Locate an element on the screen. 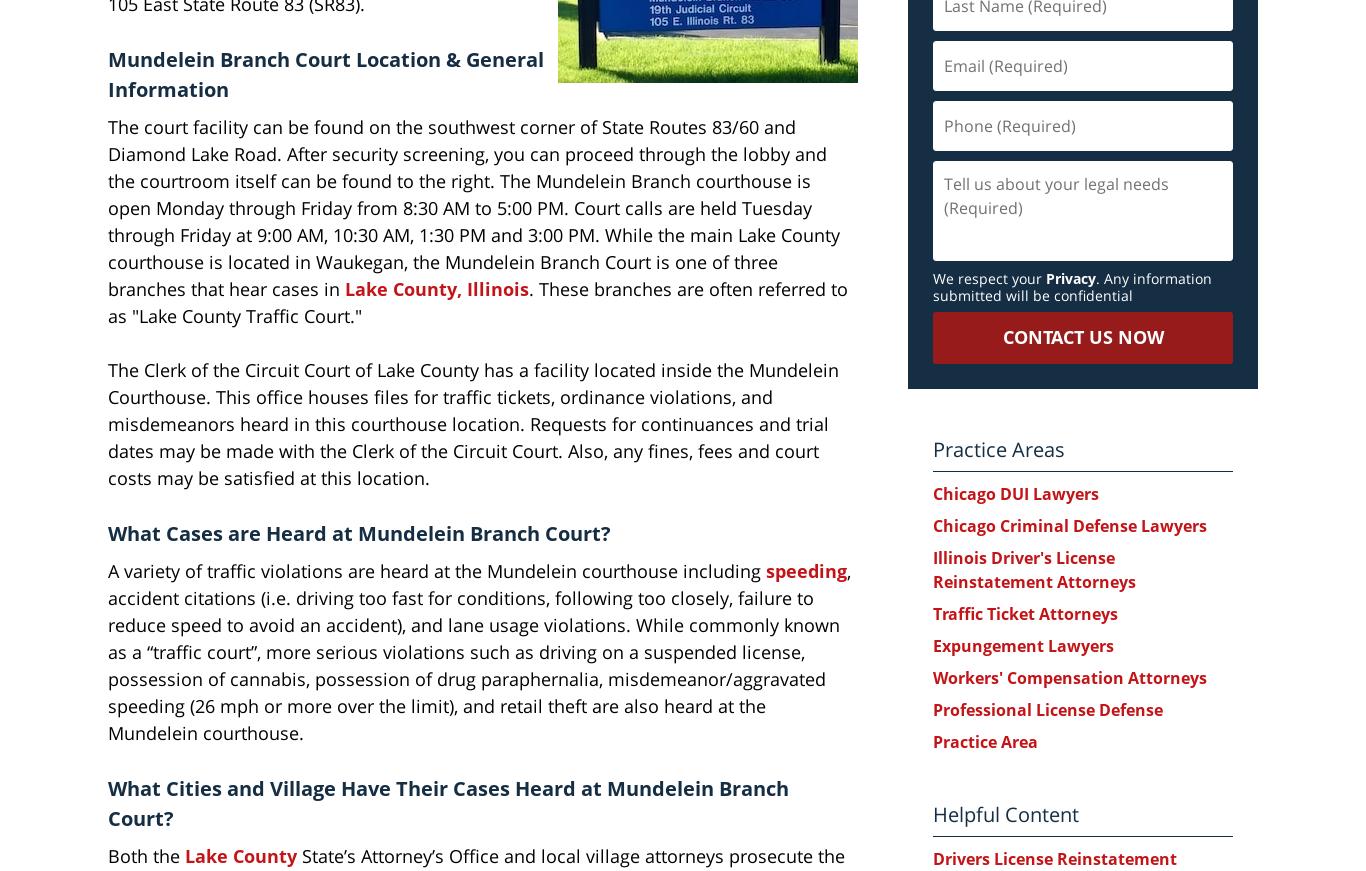 The image size is (1366, 871). 'Privacy' is located at coordinates (1069, 278).